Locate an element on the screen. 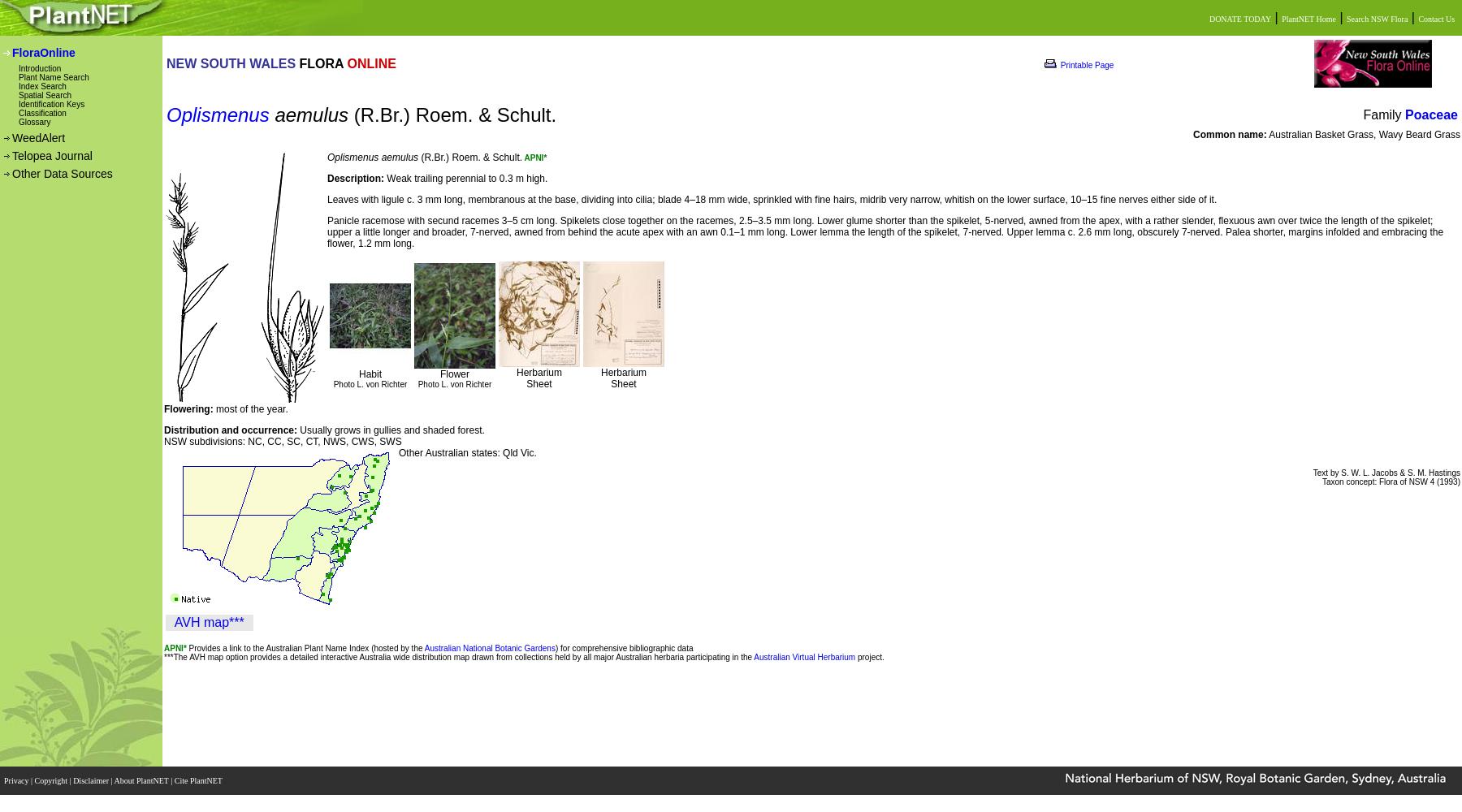 The image size is (1462, 812). 'ONLINE' is located at coordinates (370, 62).